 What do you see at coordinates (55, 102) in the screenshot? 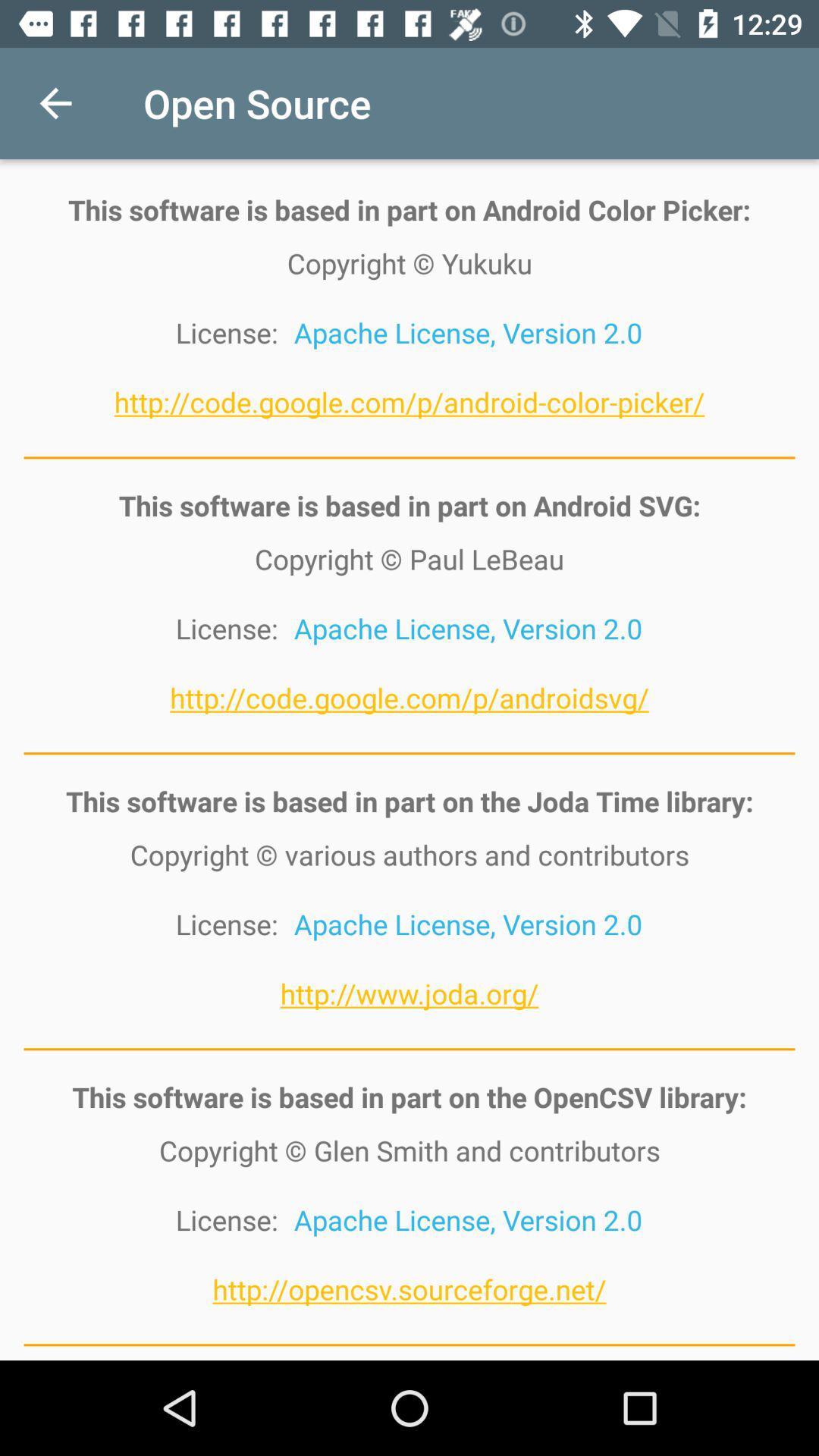
I see `the icon next to open source` at bounding box center [55, 102].